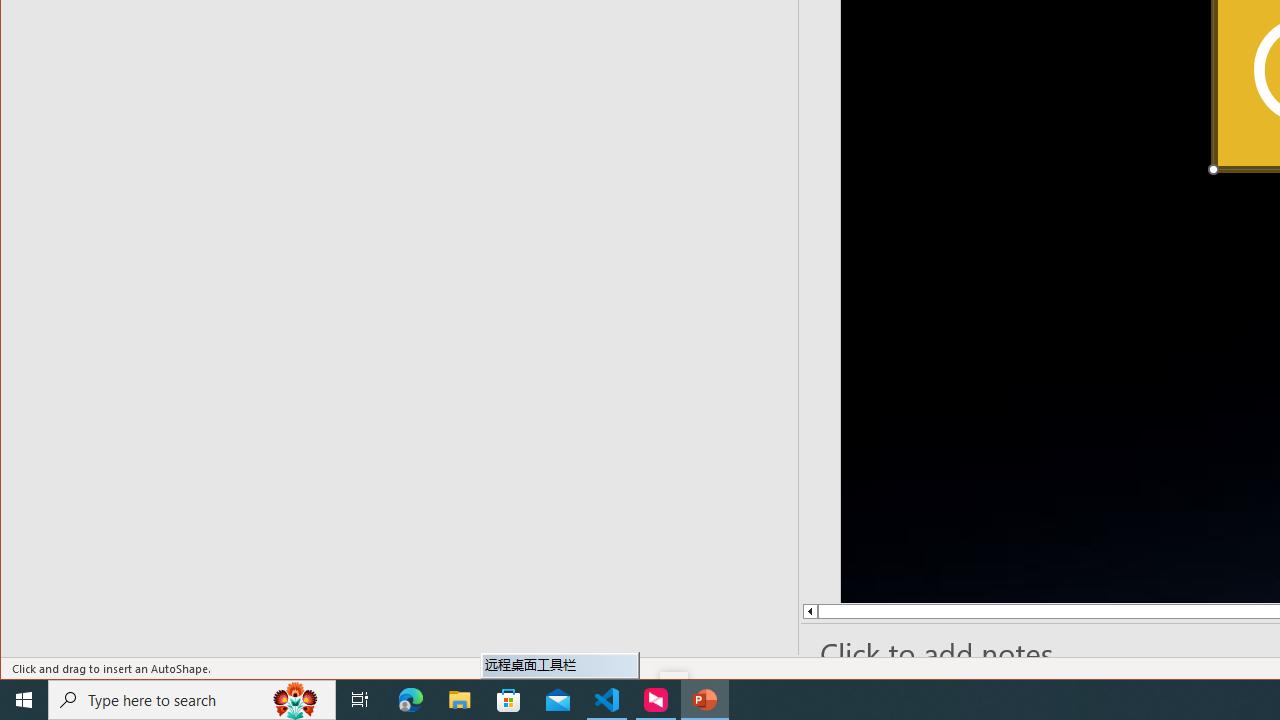 The height and width of the screenshot is (720, 1280). What do you see at coordinates (606, 698) in the screenshot?
I see `'Visual Studio Code - 1 running window'` at bounding box center [606, 698].